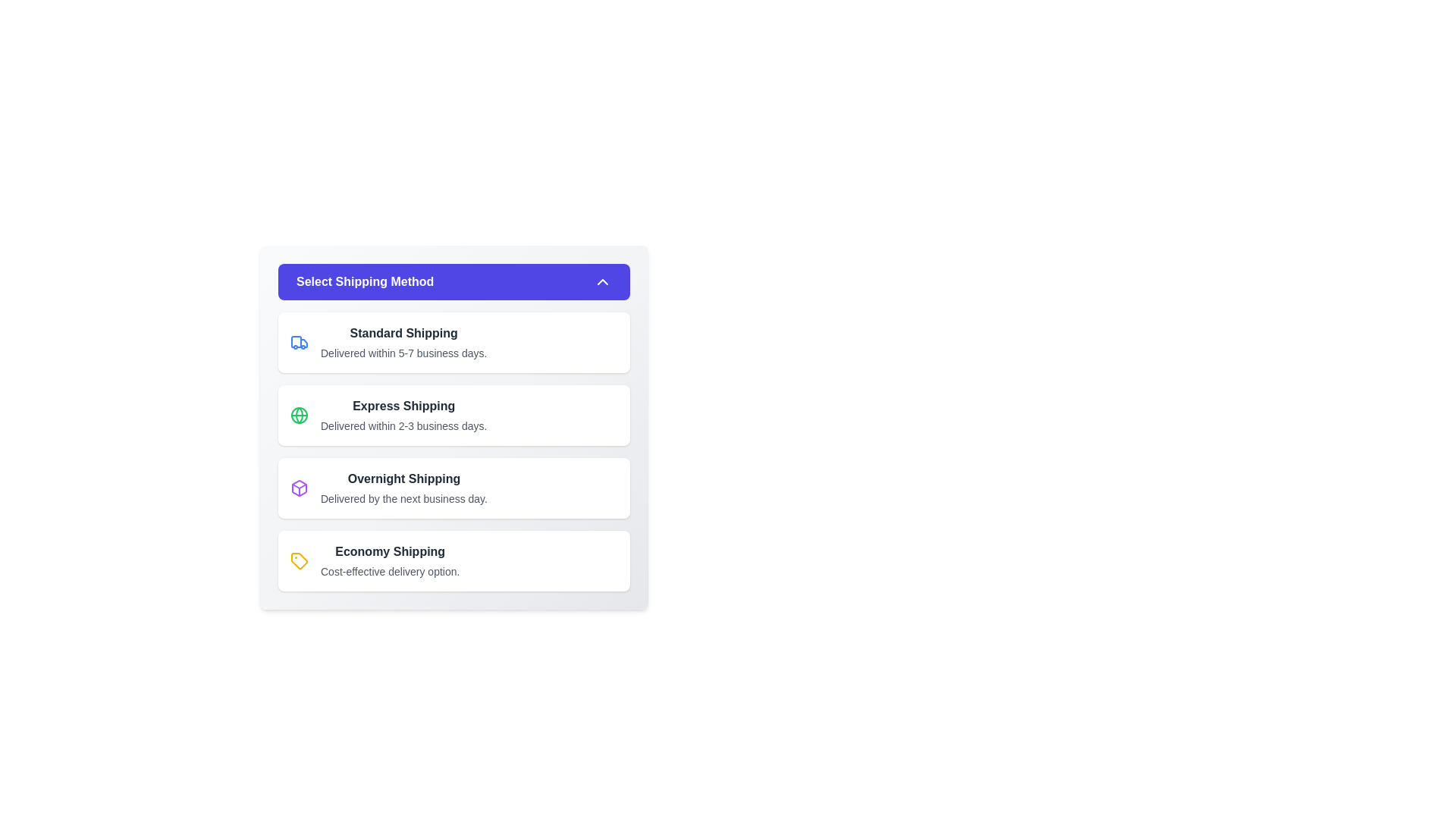 Image resolution: width=1456 pixels, height=819 pixels. I want to click on the first selectable list item for 'Standard Shipping' to activate the hover animation, so click(453, 342).